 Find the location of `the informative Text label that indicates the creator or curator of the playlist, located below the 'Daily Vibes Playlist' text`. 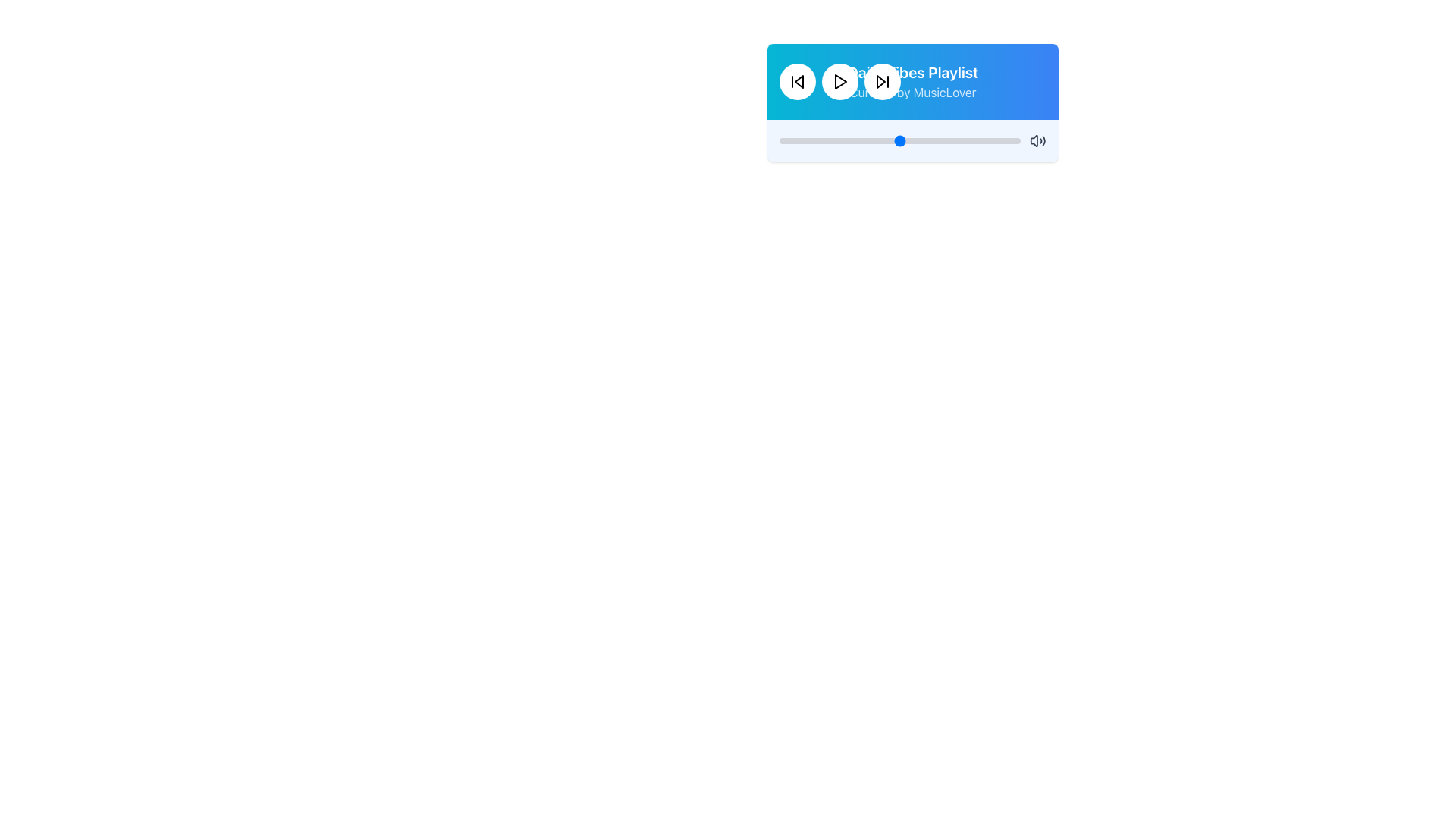

the informative Text label that indicates the creator or curator of the playlist, located below the 'Daily Vibes Playlist' text is located at coordinates (912, 93).